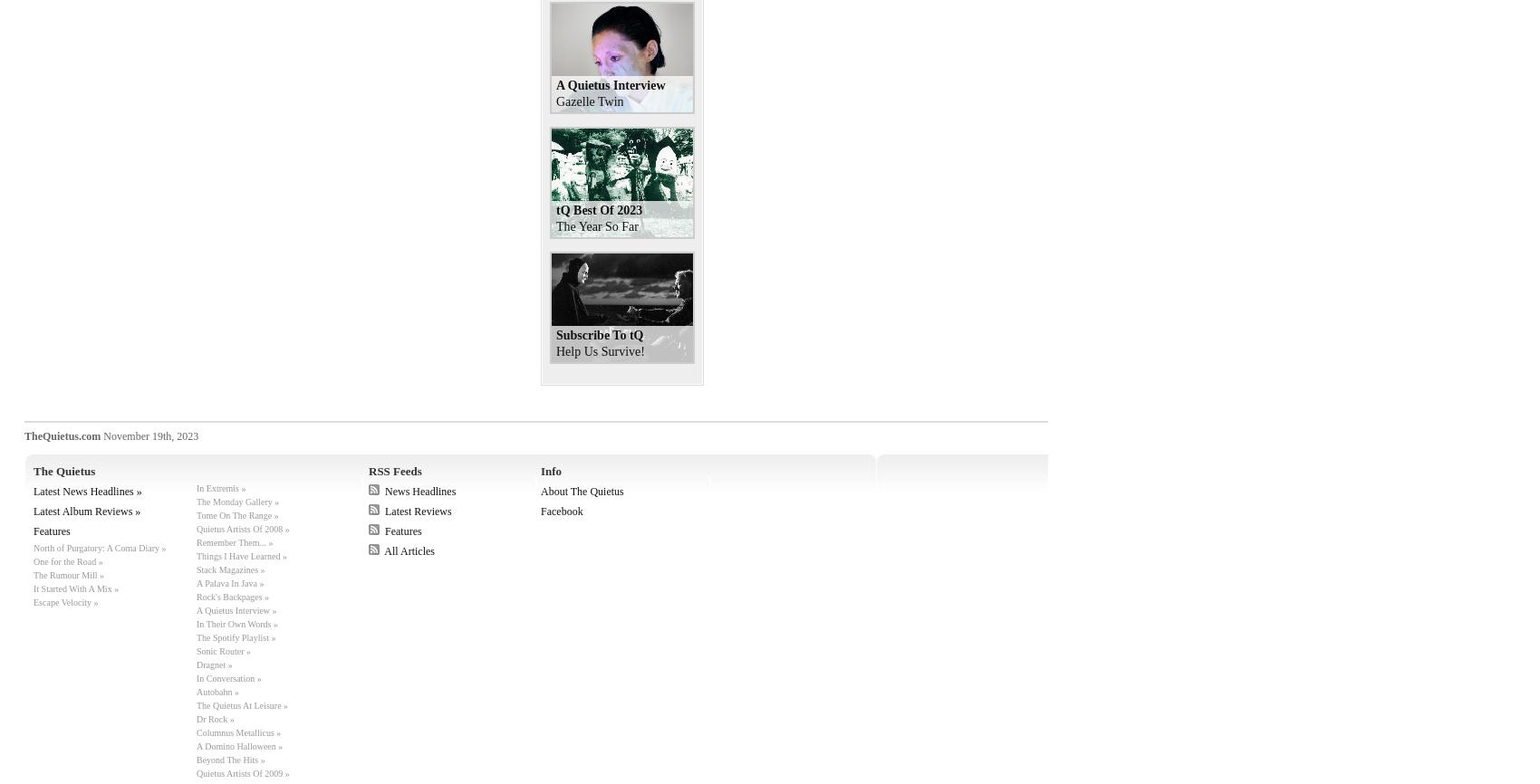 The width and height of the screenshot is (1540, 784). Describe the element at coordinates (235, 542) in the screenshot. I see `'Remember Them... »'` at that location.